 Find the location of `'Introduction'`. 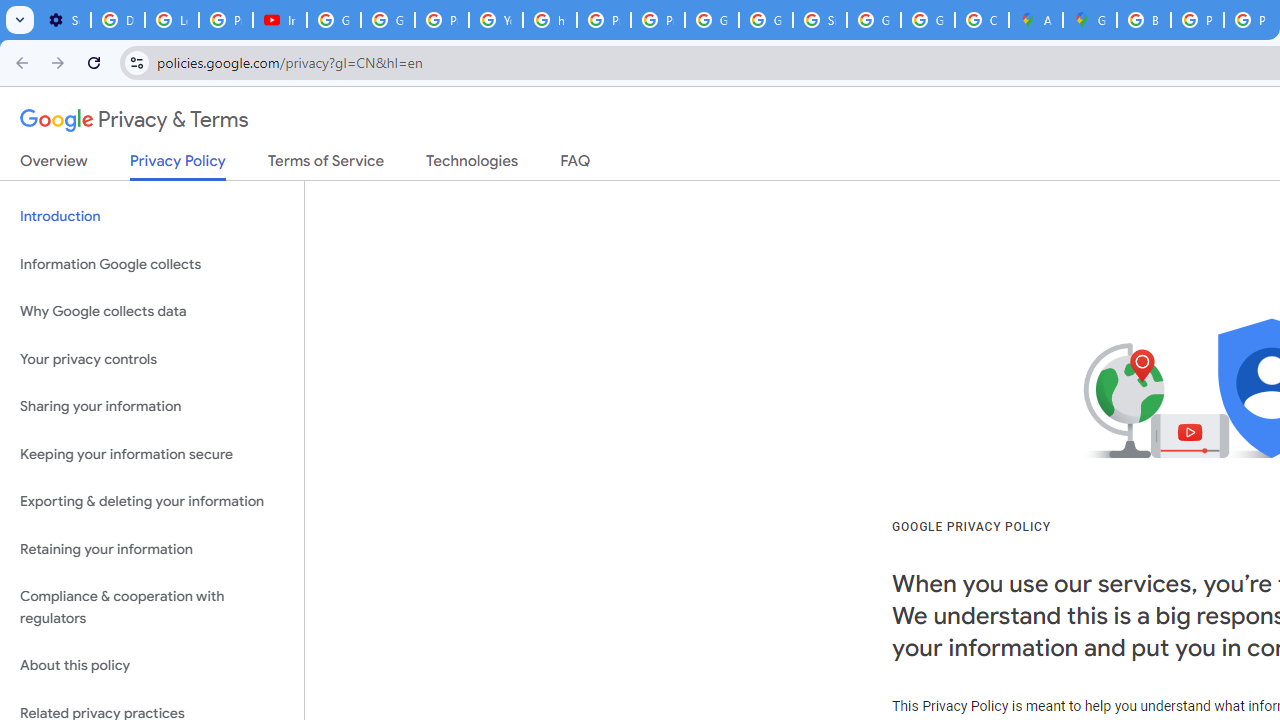

'Introduction' is located at coordinates (151, 217).